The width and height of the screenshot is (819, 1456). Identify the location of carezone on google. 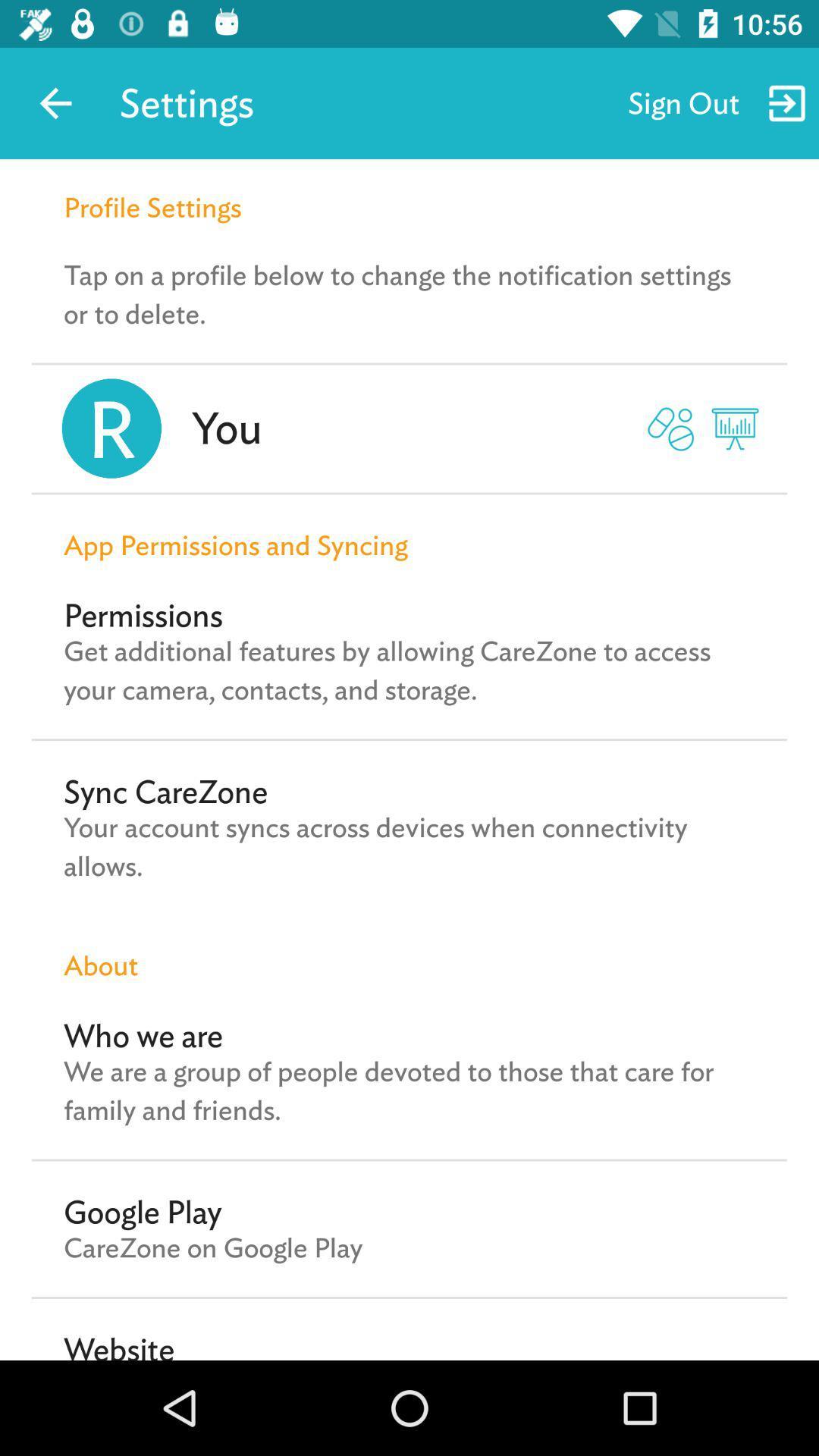
(213, 1247).